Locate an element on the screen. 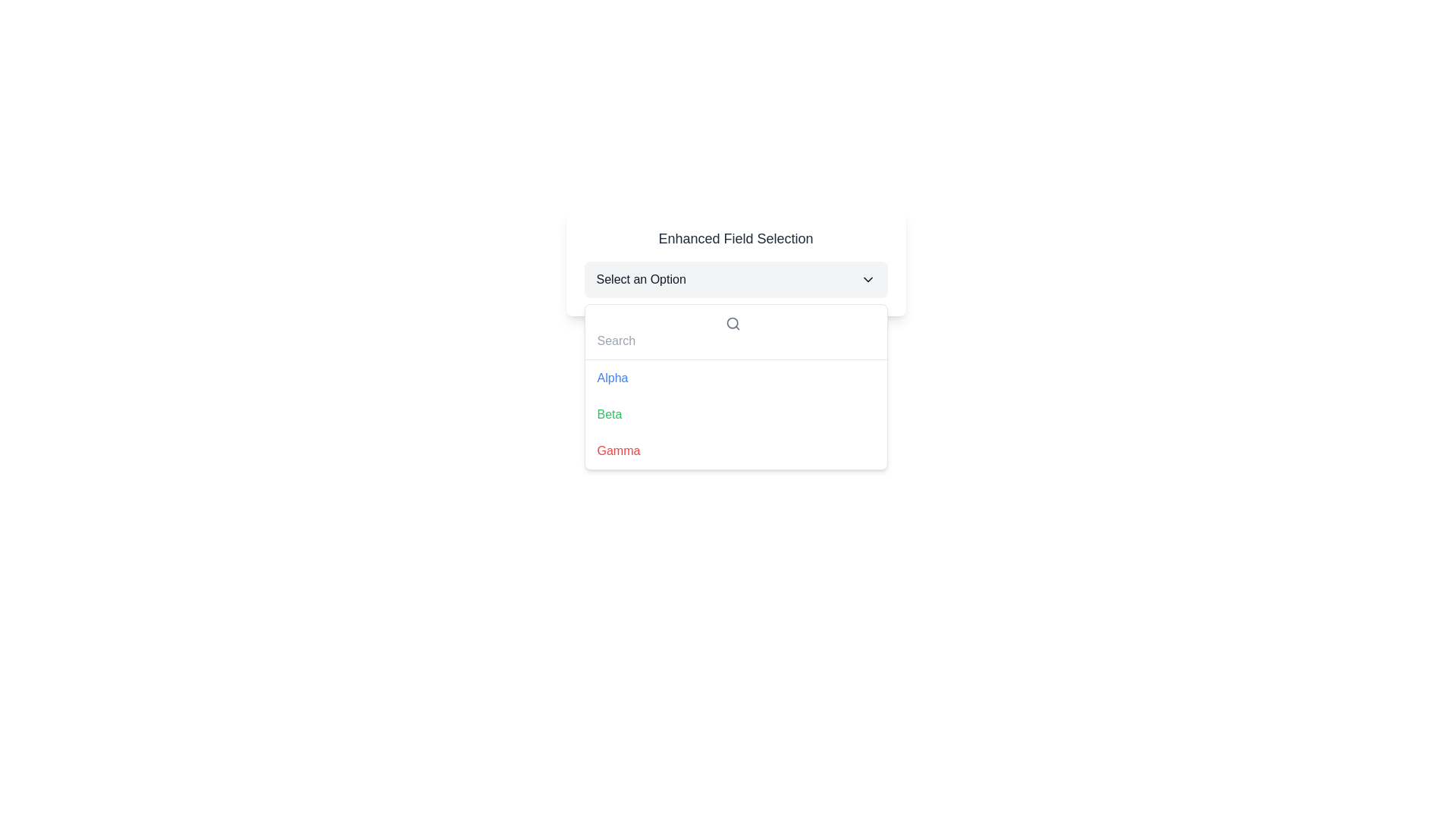 The width and height of the screenshot is (1456, 819). the dropdown menu option labeled 'Beta', which is styled in green and is the second option between 'Alpha' and 'Gamma' is located at coordinates (609, 415).